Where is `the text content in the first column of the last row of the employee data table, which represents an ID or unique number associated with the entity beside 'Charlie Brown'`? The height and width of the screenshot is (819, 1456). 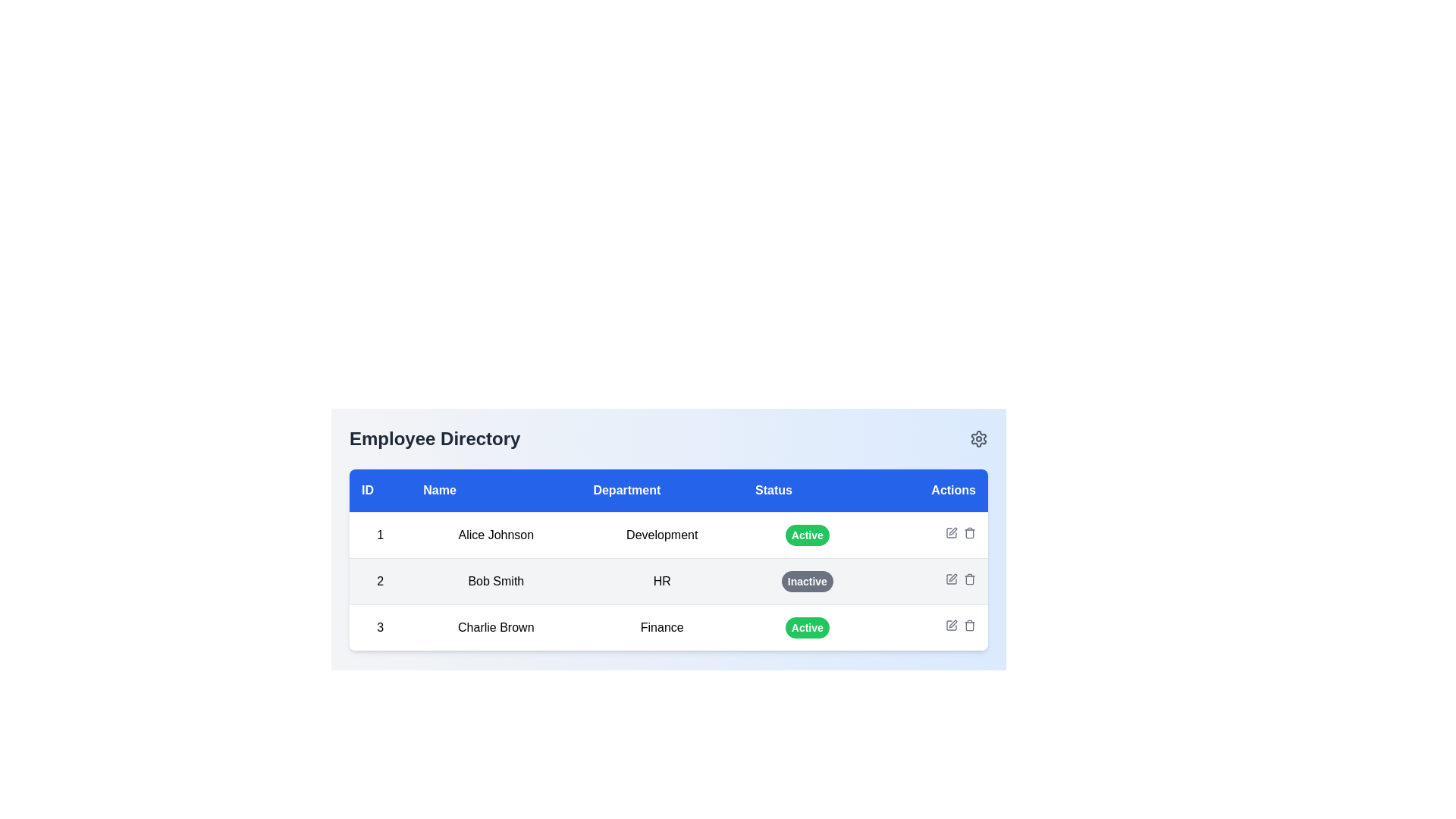 the text content in the first column of the last row of the employee data table, which represents an ID or unique number associated with the entity beside 'Charlie Brown' is located at coordinates (380, 627).